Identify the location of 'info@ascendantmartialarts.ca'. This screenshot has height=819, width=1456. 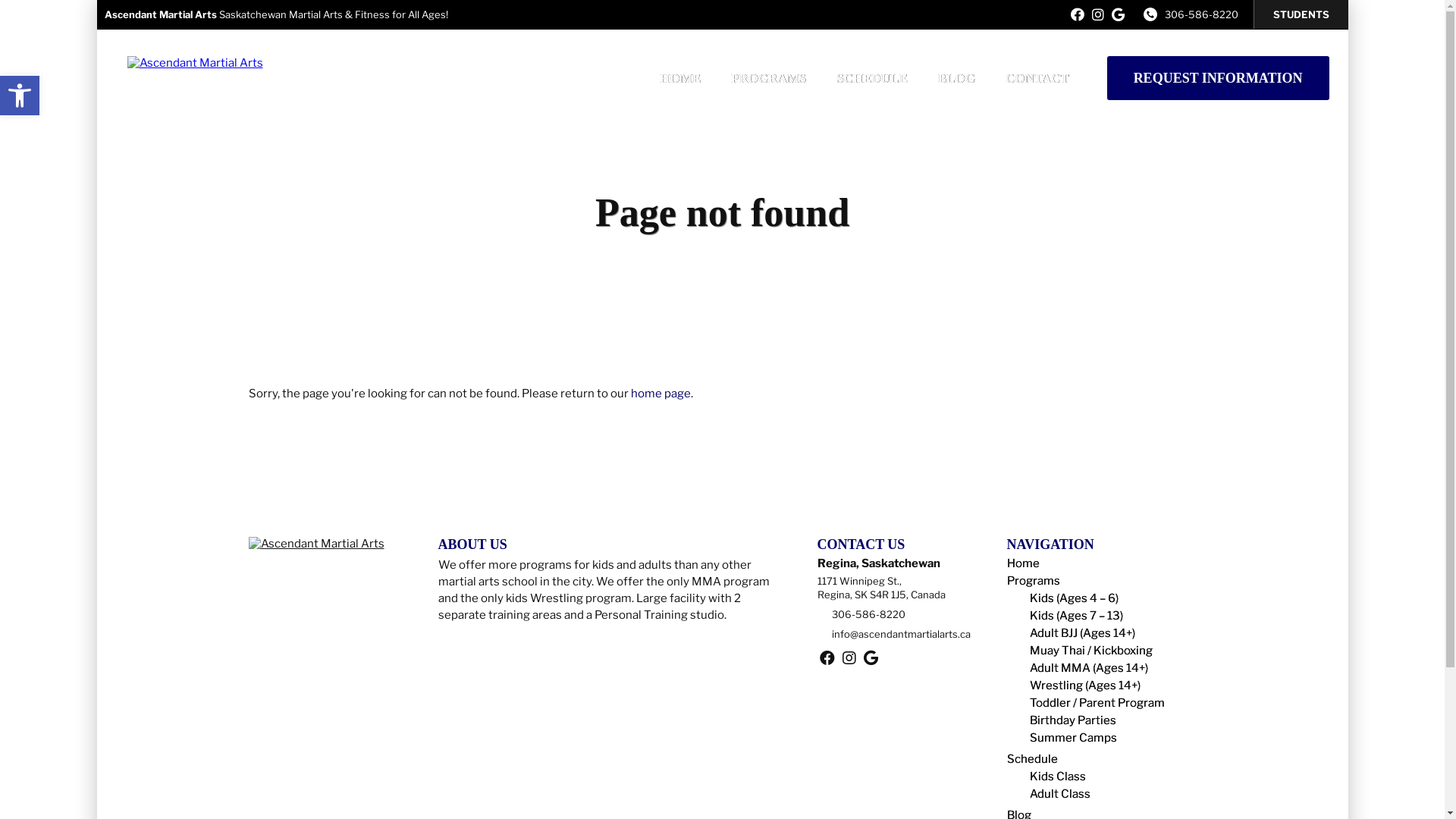
(900, 634).